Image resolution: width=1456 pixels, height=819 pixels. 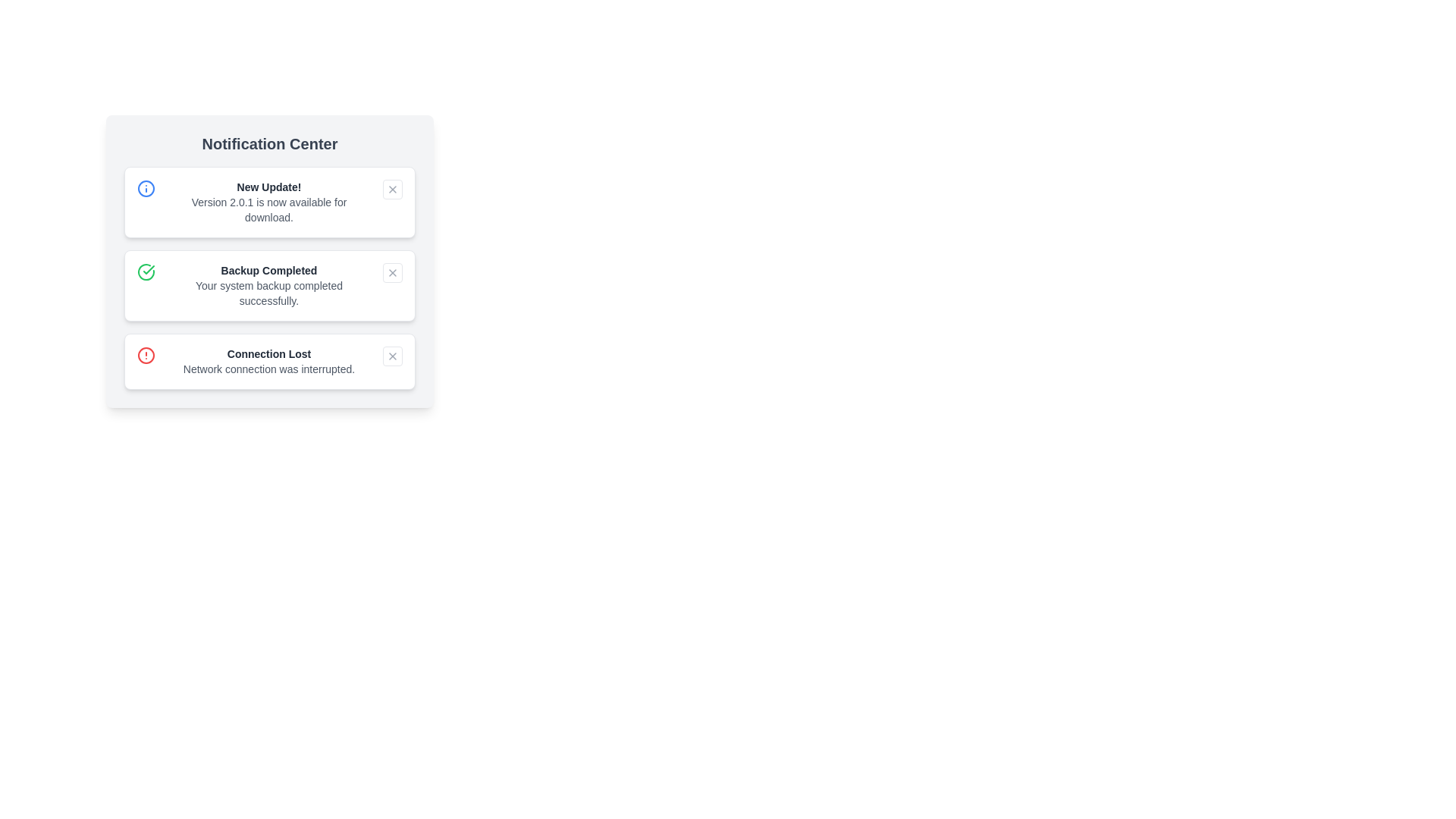 What do you see at coordinates (269, 369) in the screenshot?
I see `the informative message text that indicates an issue with the network connection, located under the heading 'Connection Lost' in the notification card` at bounding box center [269, 369].